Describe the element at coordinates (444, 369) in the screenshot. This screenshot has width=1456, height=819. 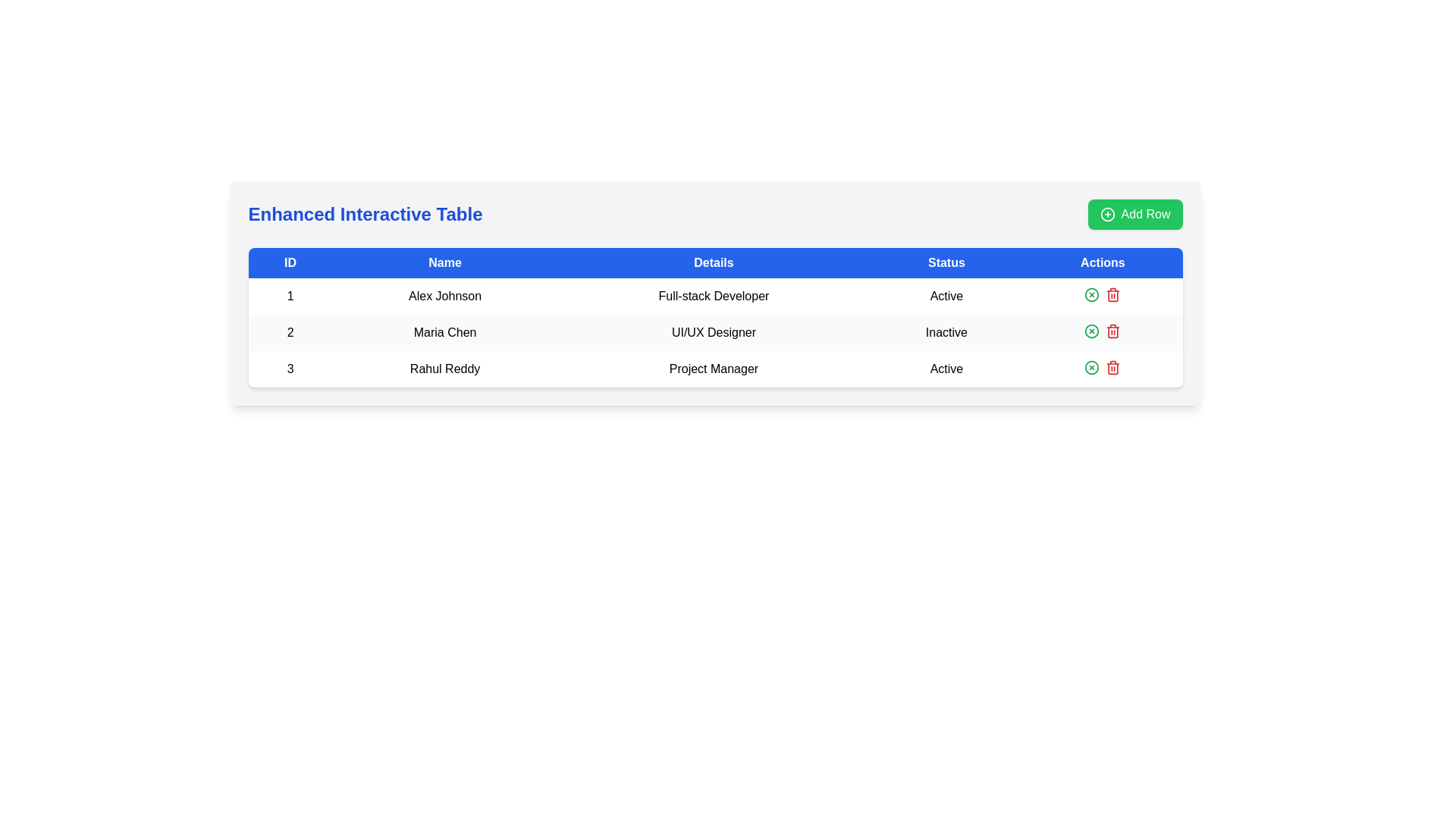
I see `the table cell text representing the name of an individual in the third row under the 'Name' column` at that location.